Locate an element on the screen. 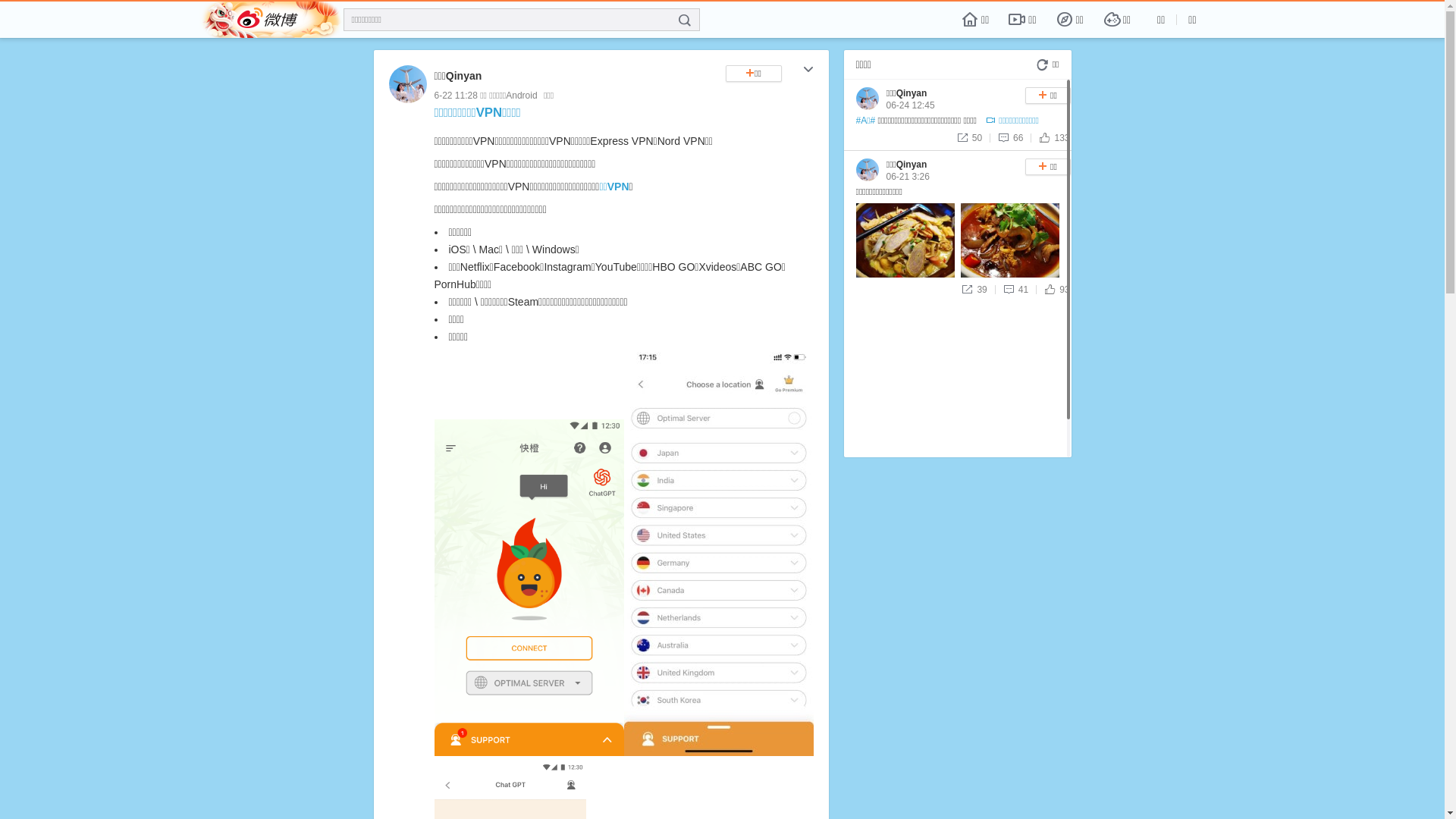 The width and height of the screenshot is (1456, 819). '06-24 12:45' is located at coordinates (885, 104).